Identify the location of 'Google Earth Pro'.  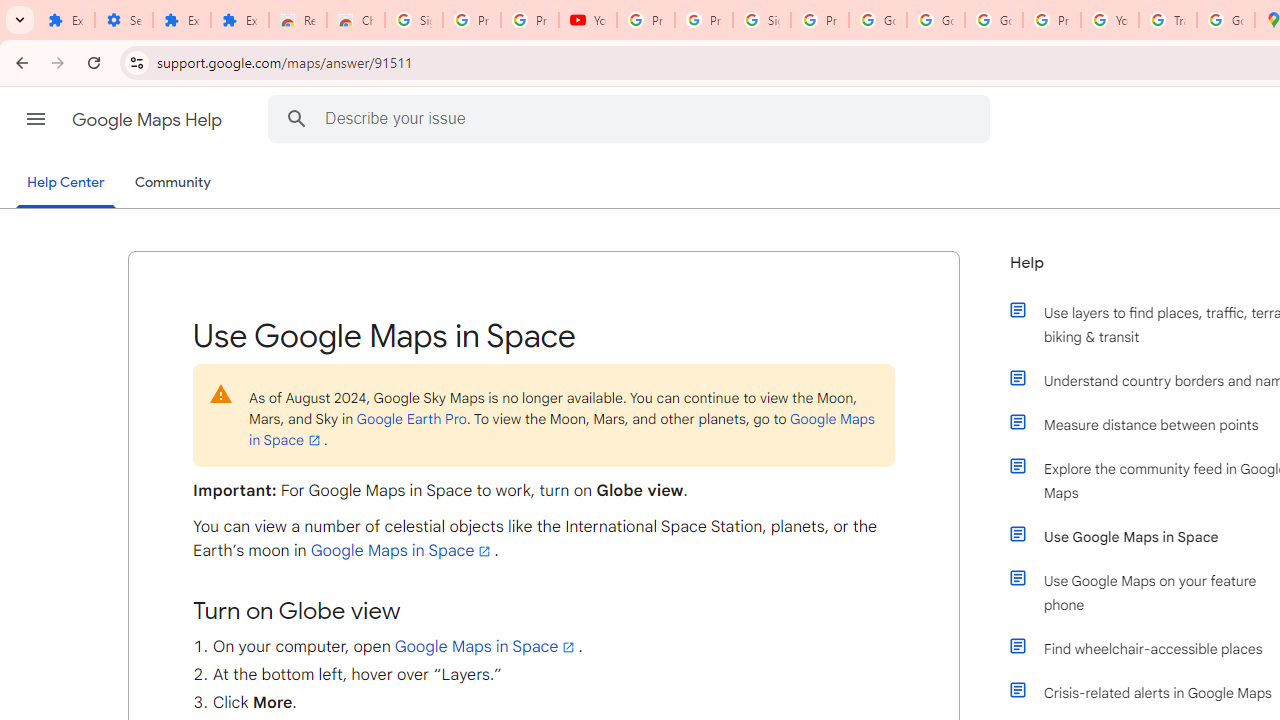
(410, 417).